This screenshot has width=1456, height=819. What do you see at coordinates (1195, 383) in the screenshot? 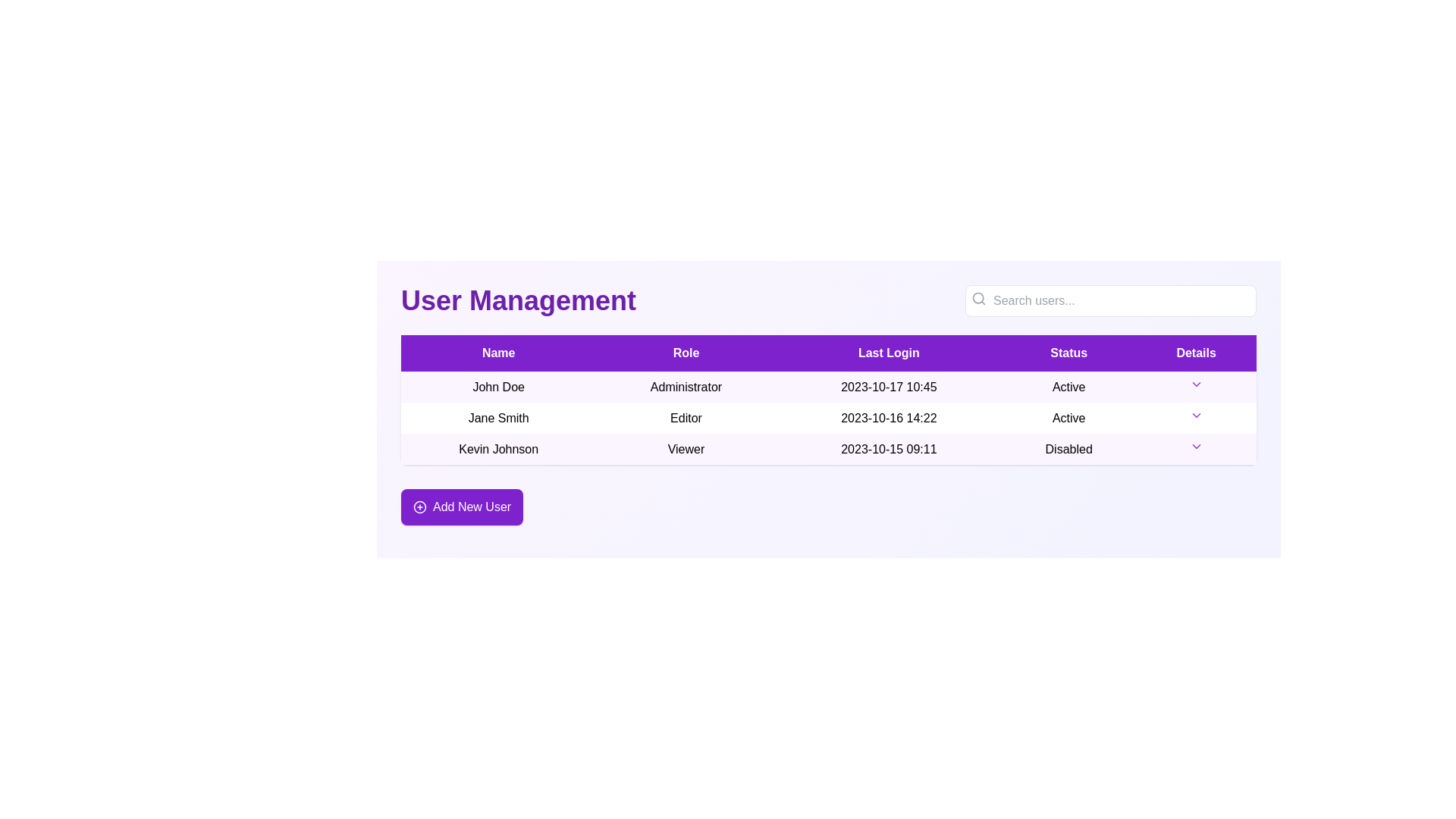
I see `the purple chevron-down icon, which serves as the Dropdown Trigger Icon located under the 'Details' column of the first row in a table layout` at bounding box center [1195, 383].